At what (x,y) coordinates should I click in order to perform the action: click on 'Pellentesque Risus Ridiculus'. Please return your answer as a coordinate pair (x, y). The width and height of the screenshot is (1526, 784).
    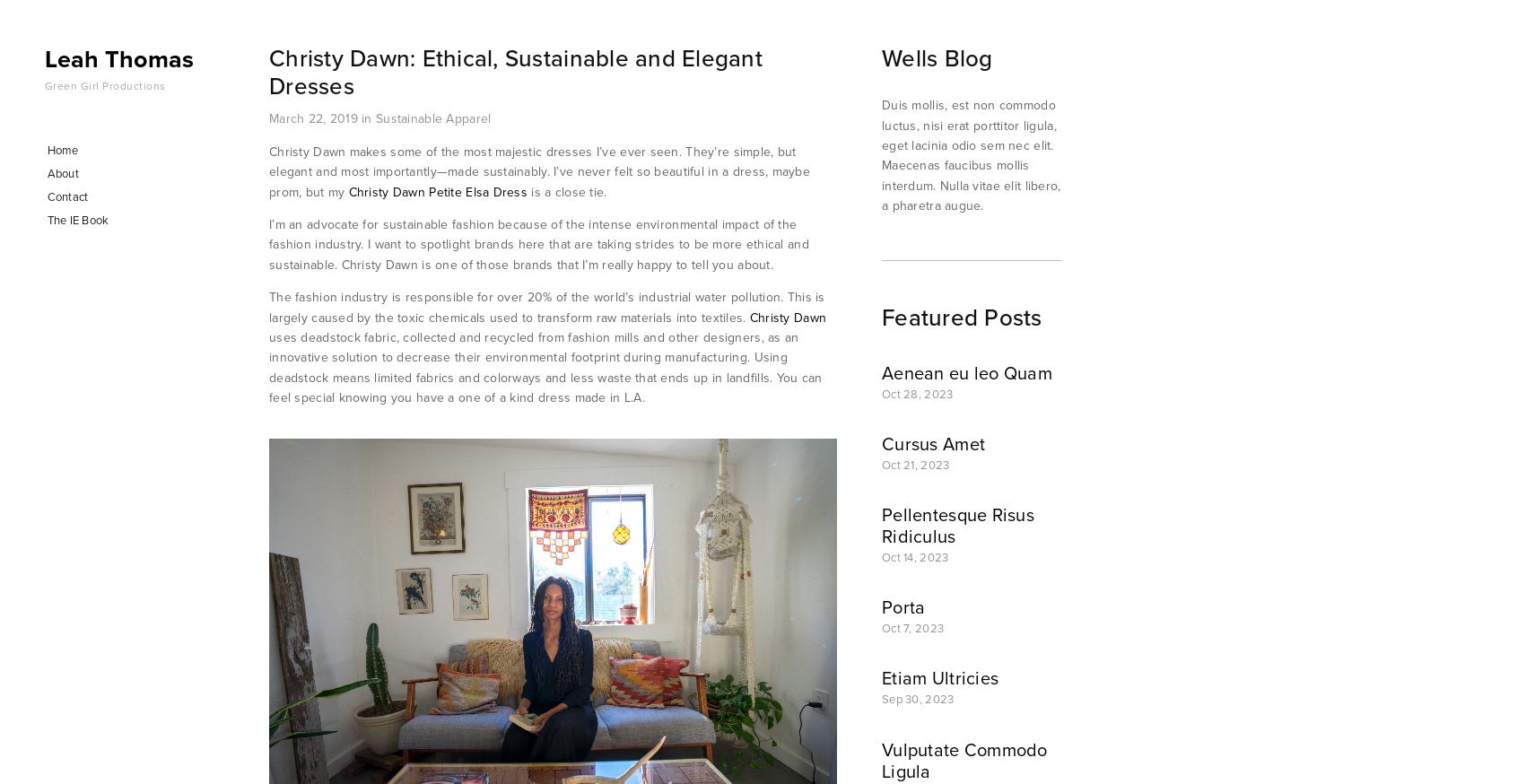
    Looking at the image, I should click on (958, 525).